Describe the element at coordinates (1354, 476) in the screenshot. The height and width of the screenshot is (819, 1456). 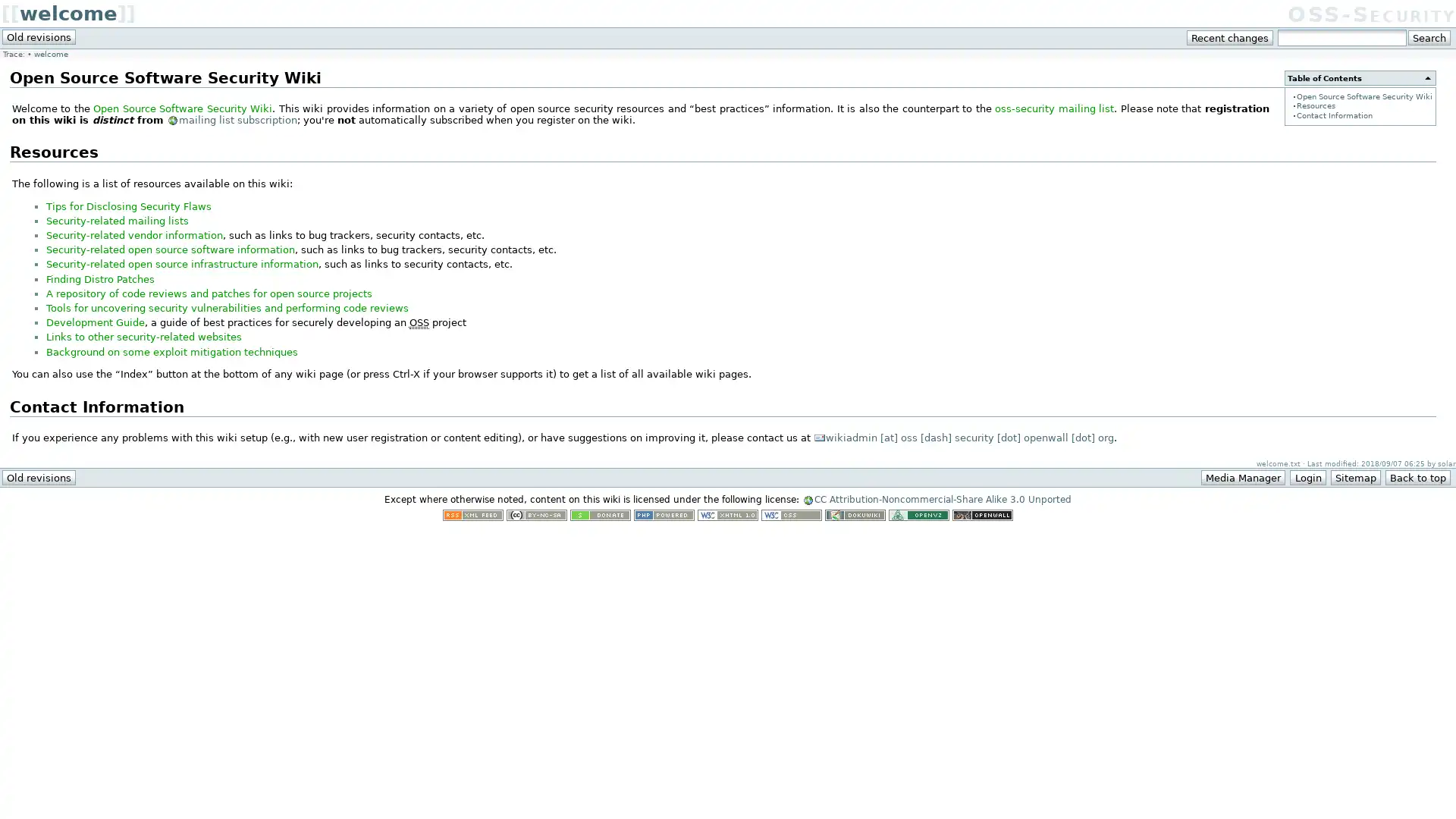
I see `Sitemap` at that location.